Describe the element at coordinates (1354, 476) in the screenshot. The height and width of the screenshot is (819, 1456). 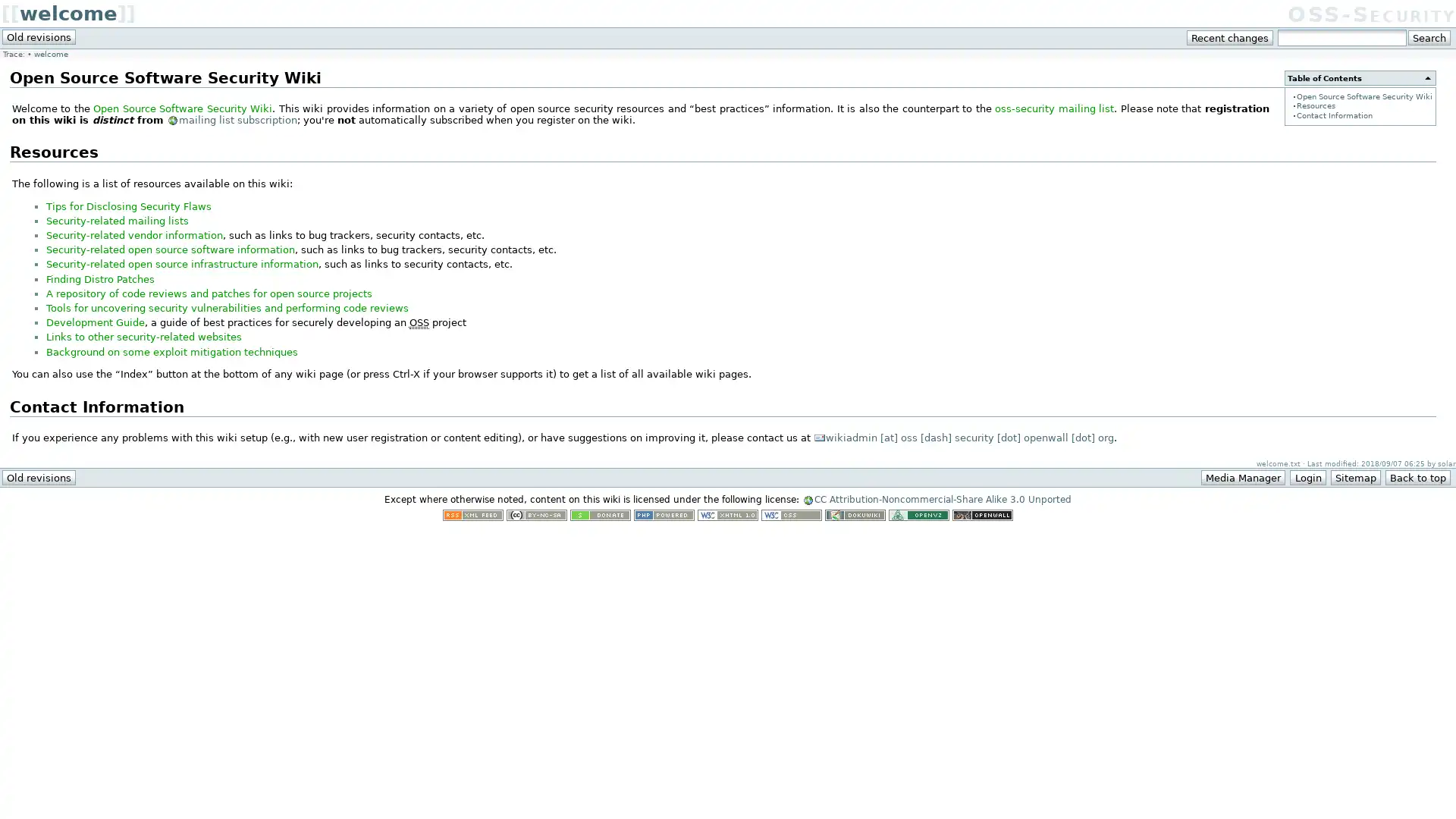
I see `Sitemap` at that location.